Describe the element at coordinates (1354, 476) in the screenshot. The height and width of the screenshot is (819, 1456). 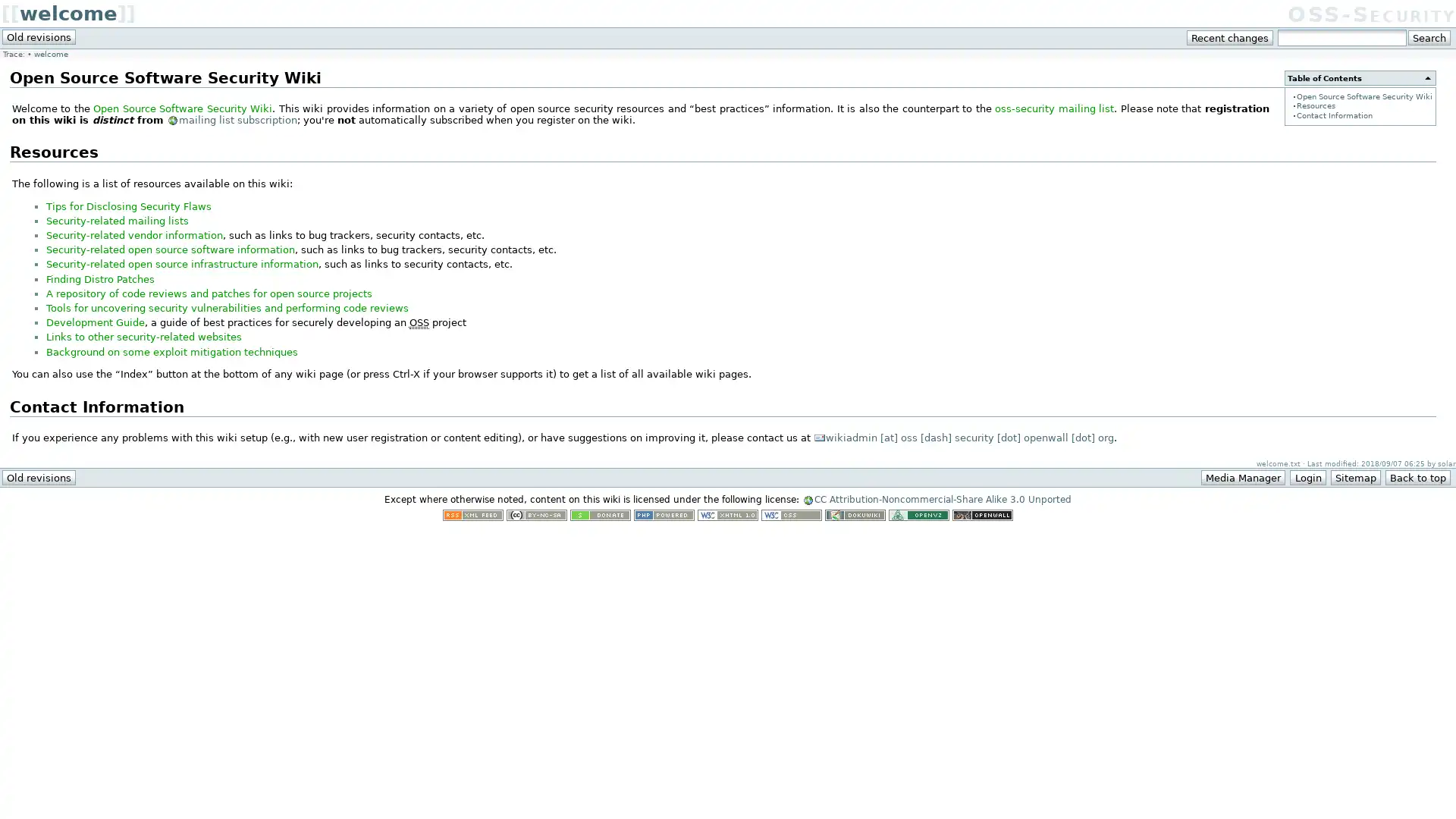
I see `Sitemap` at that location.